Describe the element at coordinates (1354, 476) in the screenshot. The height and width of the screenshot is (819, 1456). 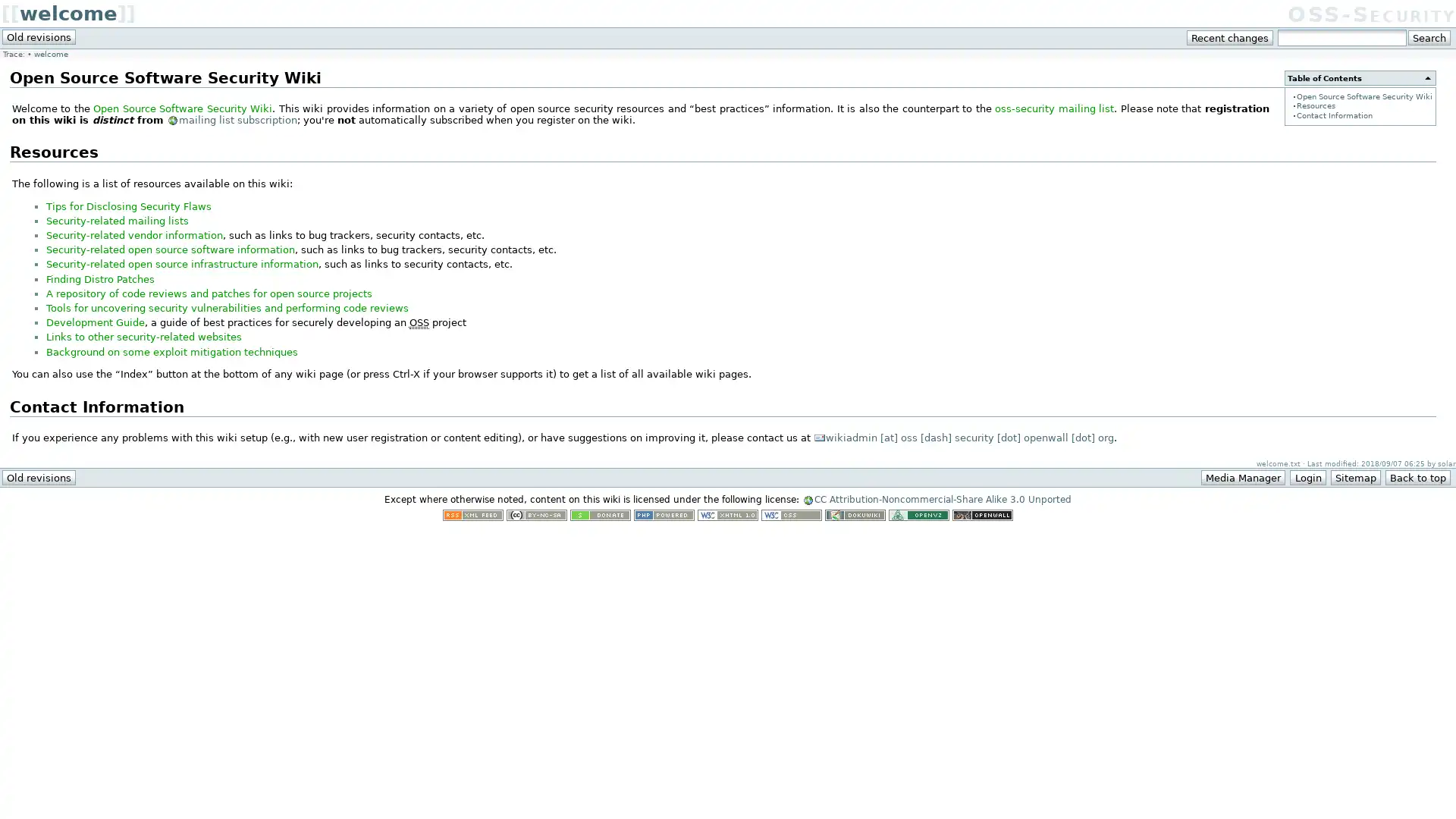
I see `Sitemap` at that location.